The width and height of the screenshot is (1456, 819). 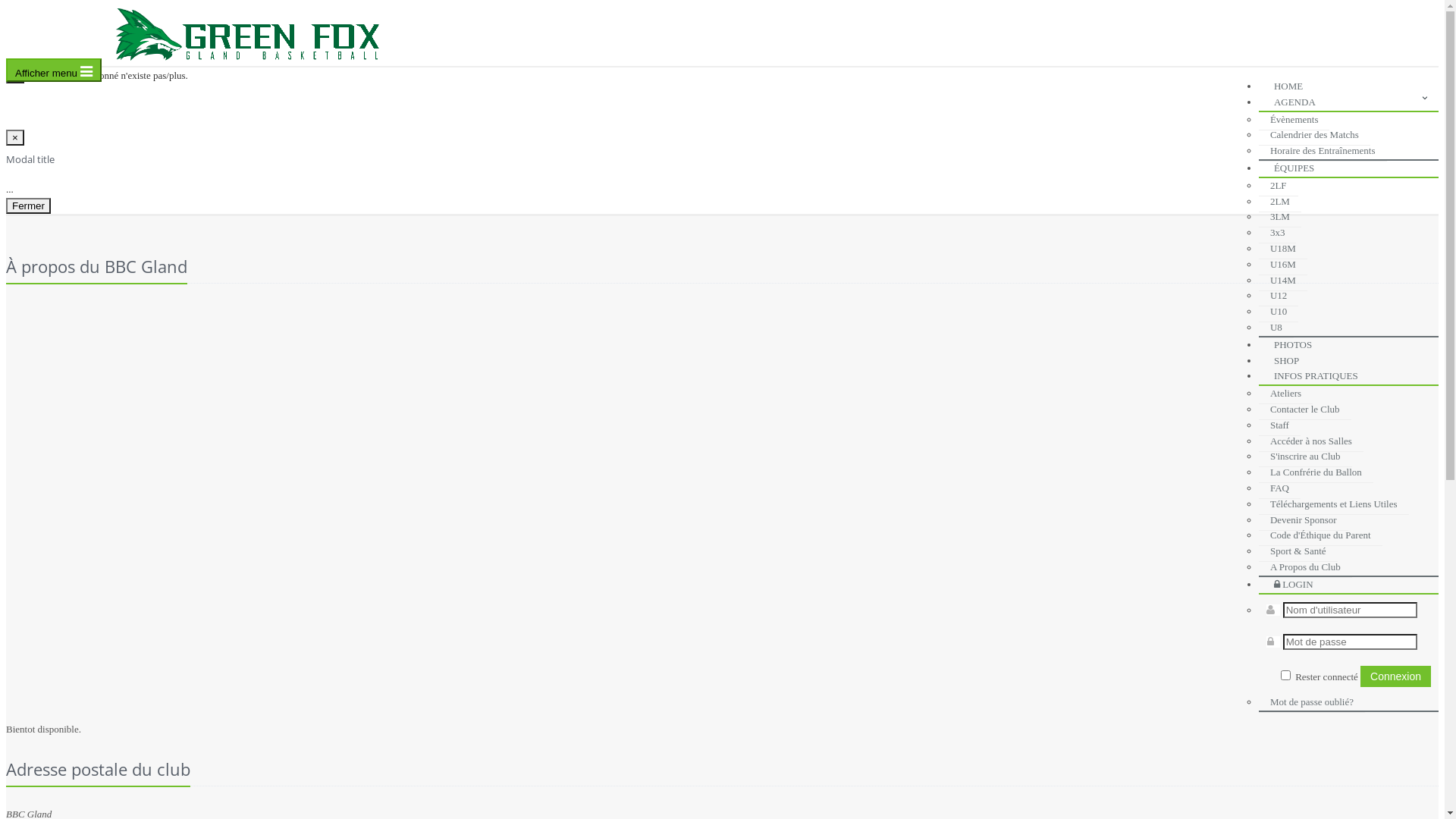 I want to click on 'LOGIN', so click(x=1259, y=582).